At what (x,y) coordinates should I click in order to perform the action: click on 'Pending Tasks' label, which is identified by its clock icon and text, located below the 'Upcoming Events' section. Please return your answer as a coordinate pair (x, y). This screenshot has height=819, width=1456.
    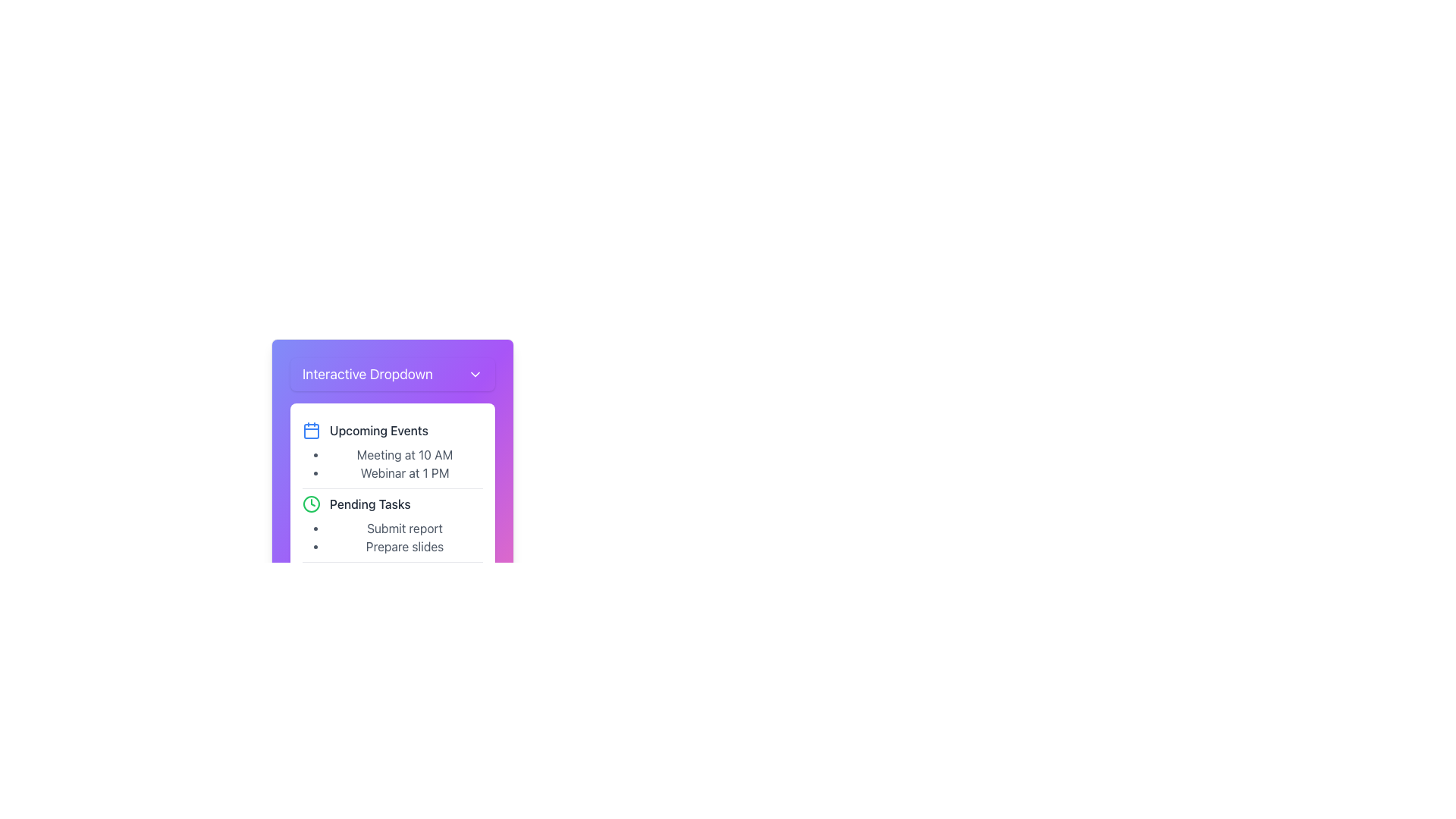
    Looking at the image, I should click on (393, 504).